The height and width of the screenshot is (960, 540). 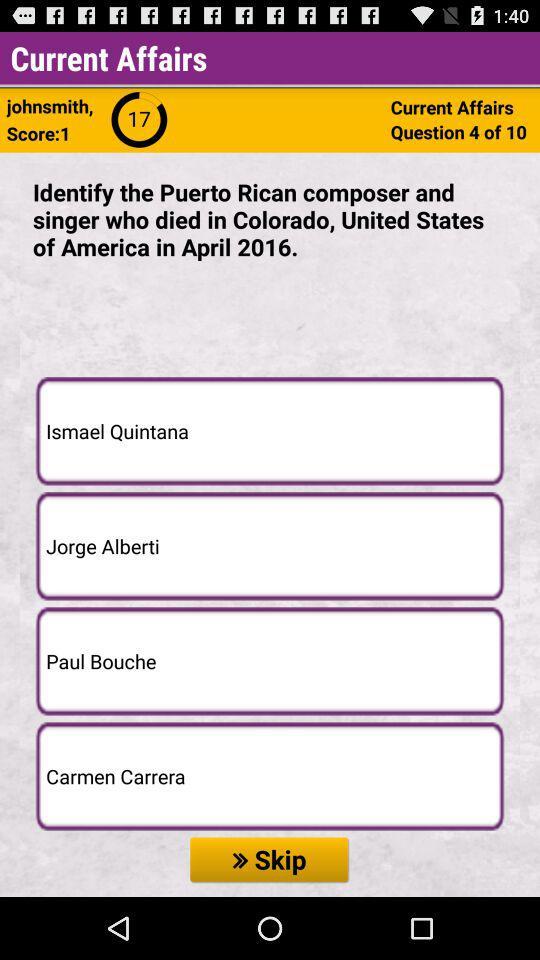 I want to click on the icon above jorge alberti button, so click(x=270, y=431).